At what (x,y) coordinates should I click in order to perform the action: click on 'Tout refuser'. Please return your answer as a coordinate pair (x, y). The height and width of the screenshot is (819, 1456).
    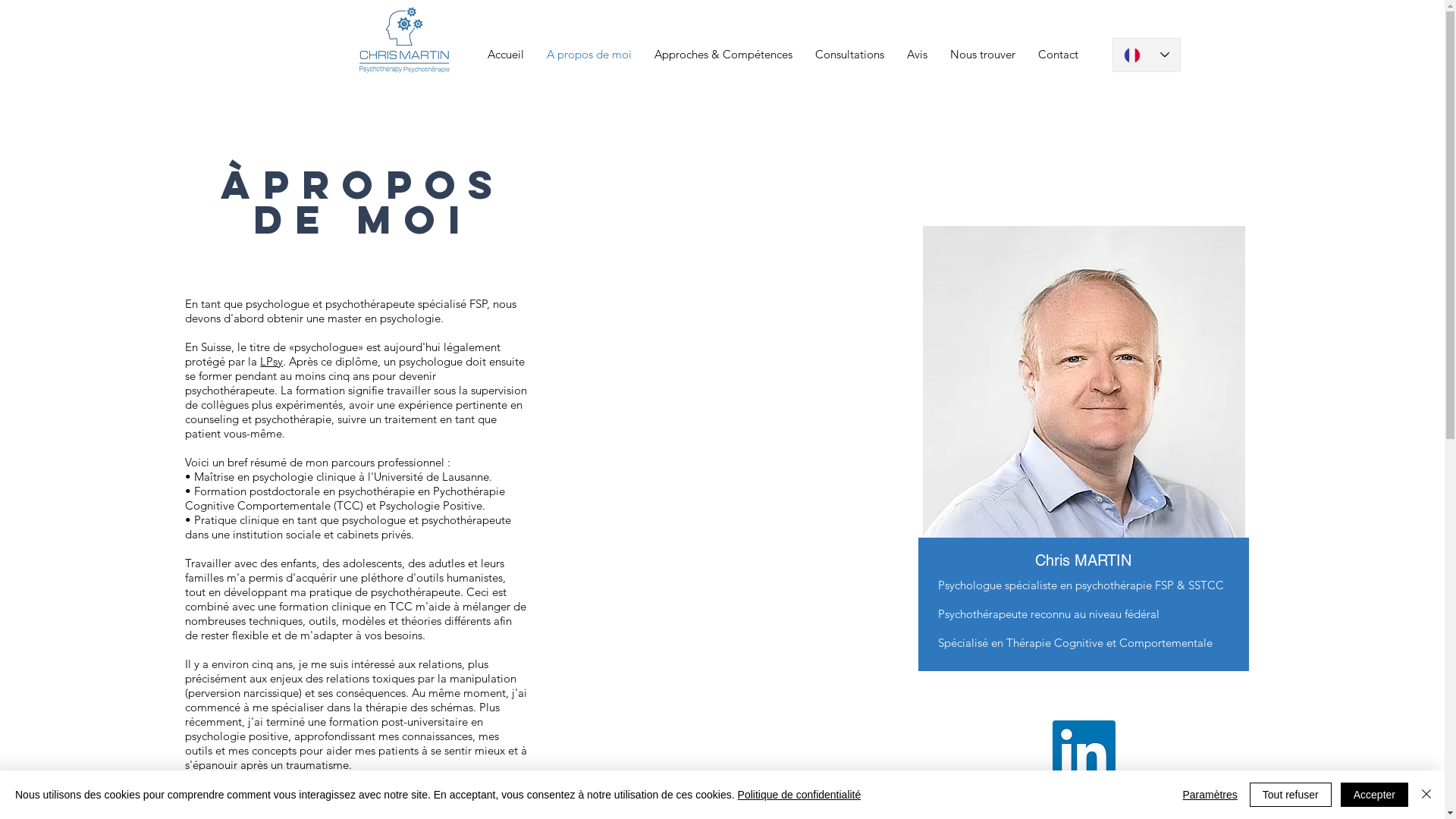
    Looking at the image, I should click on (1290, 794).